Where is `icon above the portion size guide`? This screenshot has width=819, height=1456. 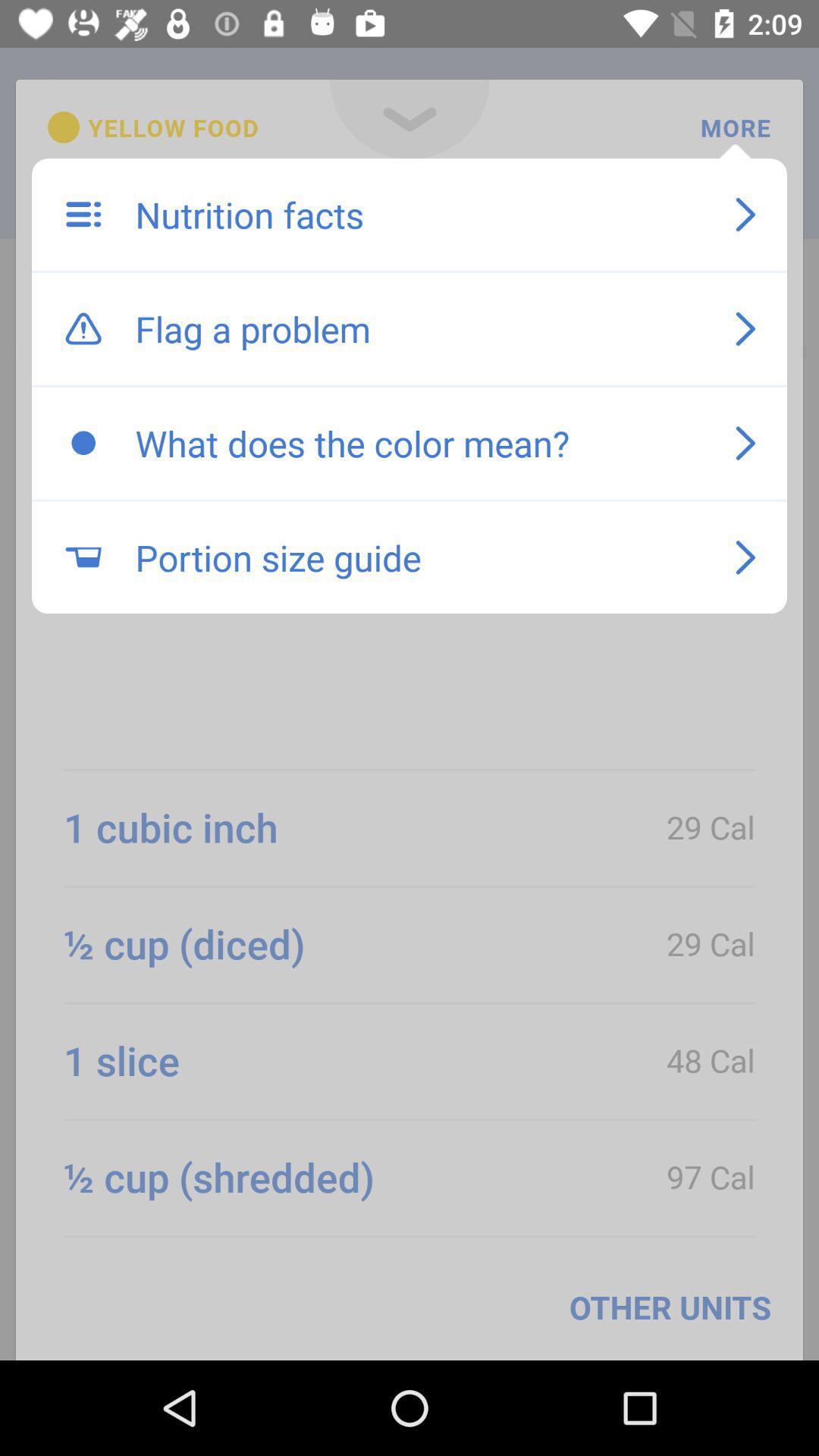 icon above the portion size guide is located at coordinates (419, 442).